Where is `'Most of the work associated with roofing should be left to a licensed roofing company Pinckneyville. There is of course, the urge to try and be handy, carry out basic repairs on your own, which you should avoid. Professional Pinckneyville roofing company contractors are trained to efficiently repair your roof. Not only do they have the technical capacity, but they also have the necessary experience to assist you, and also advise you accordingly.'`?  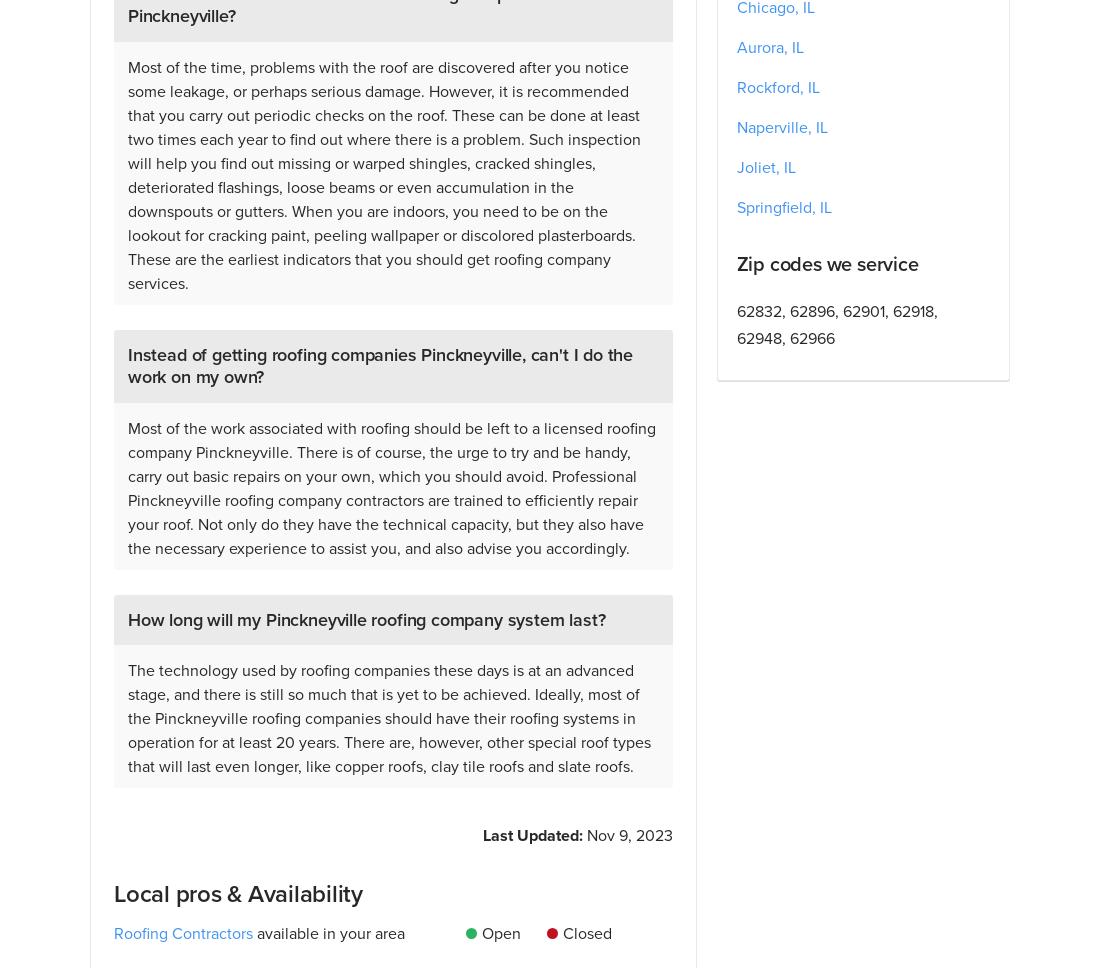 'Most of the work associated with roofing should be left to a licensed roofing company Pinckneyville. There is of course, the urge to try and be handy, carry out basic repairs on your own, which you should avoid. Professional Pinckneyville roofing company contractors are trained to efficiently repair your roof. Not only do they have the technical capacity, but they also have the necessary experience to assist you, and also advise you accordingly.' is located at coordinates (392, 487).